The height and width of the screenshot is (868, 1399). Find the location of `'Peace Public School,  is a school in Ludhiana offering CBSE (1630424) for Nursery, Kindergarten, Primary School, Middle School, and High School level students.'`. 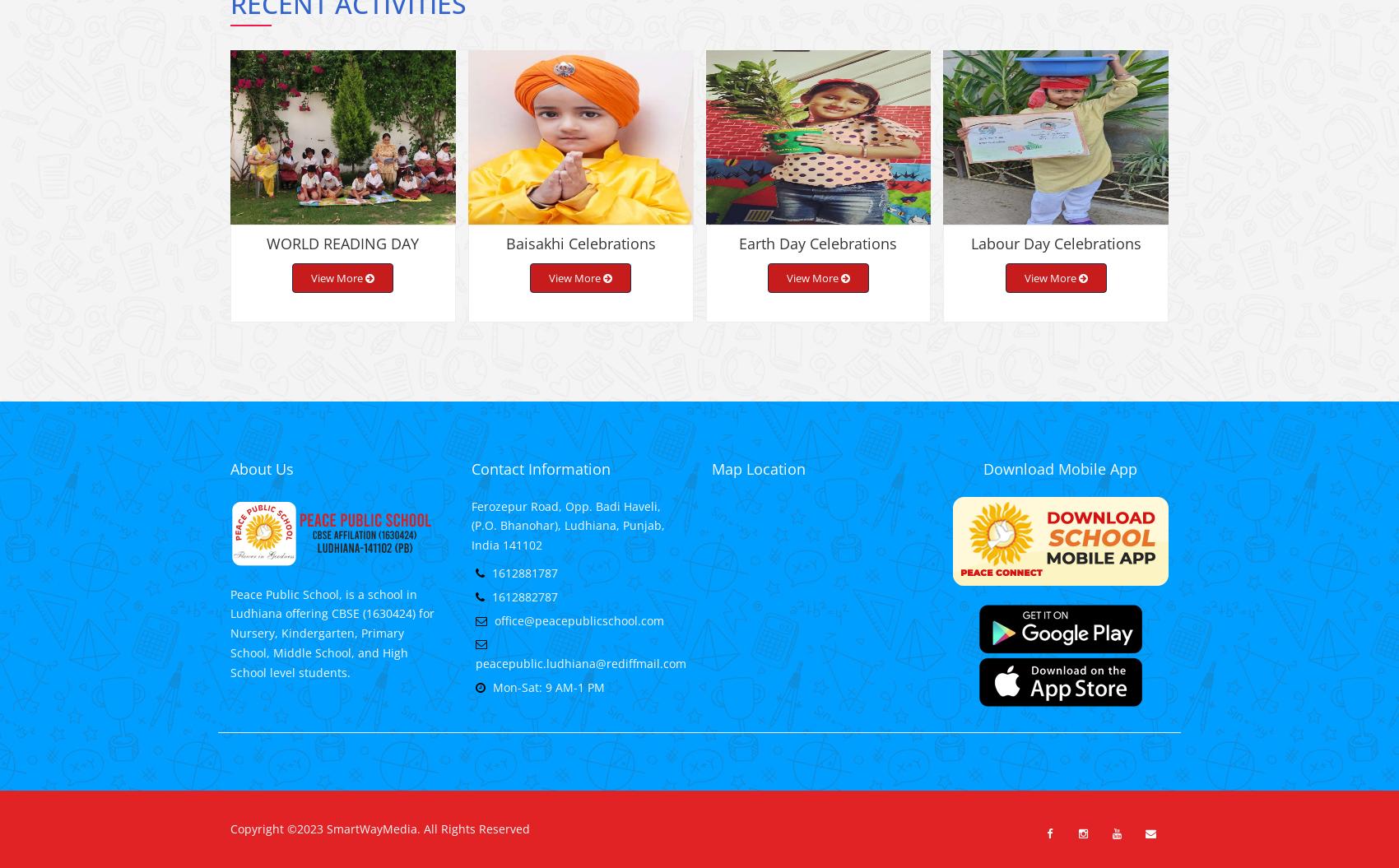

'Peace Public School,  is a school in Ludhiana offering CBSE (1630424) for Nursery, Kindergarten, Primary School, Middle School, and High School level students.' is located at coordinates (331, 645).